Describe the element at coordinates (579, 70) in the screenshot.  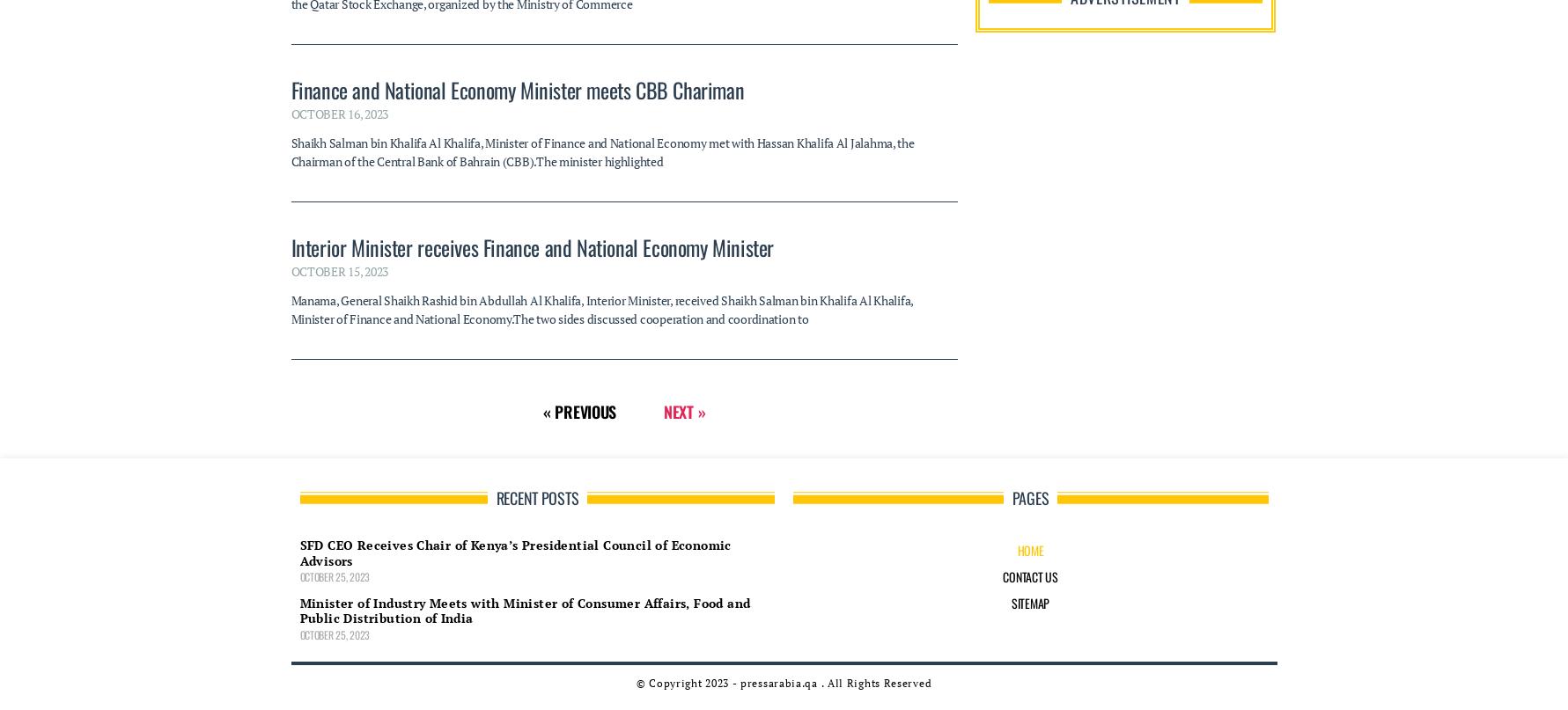
I see `'« Previous'` at that location.